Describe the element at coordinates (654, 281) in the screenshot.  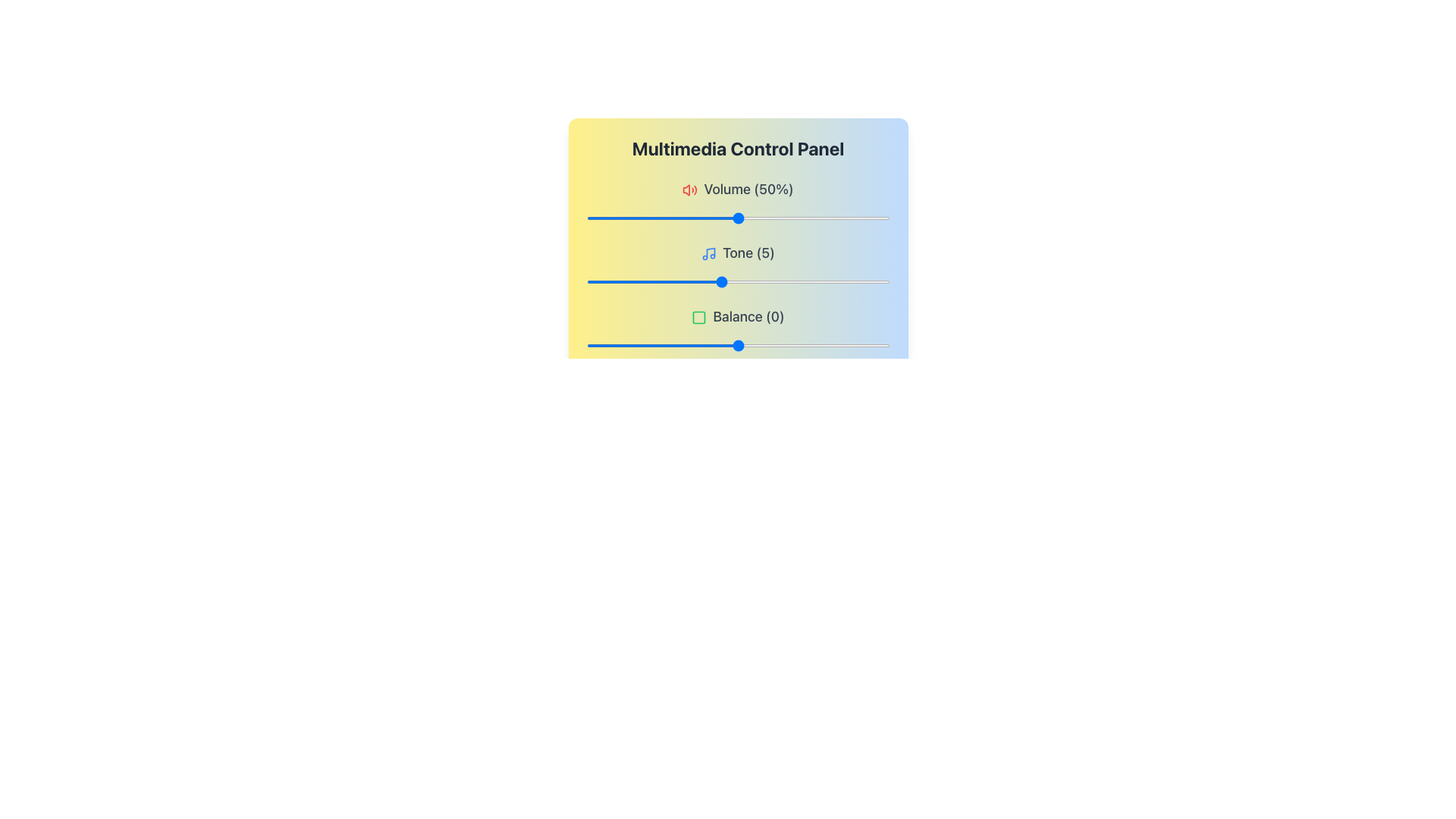
I see `the tone value` at that location.